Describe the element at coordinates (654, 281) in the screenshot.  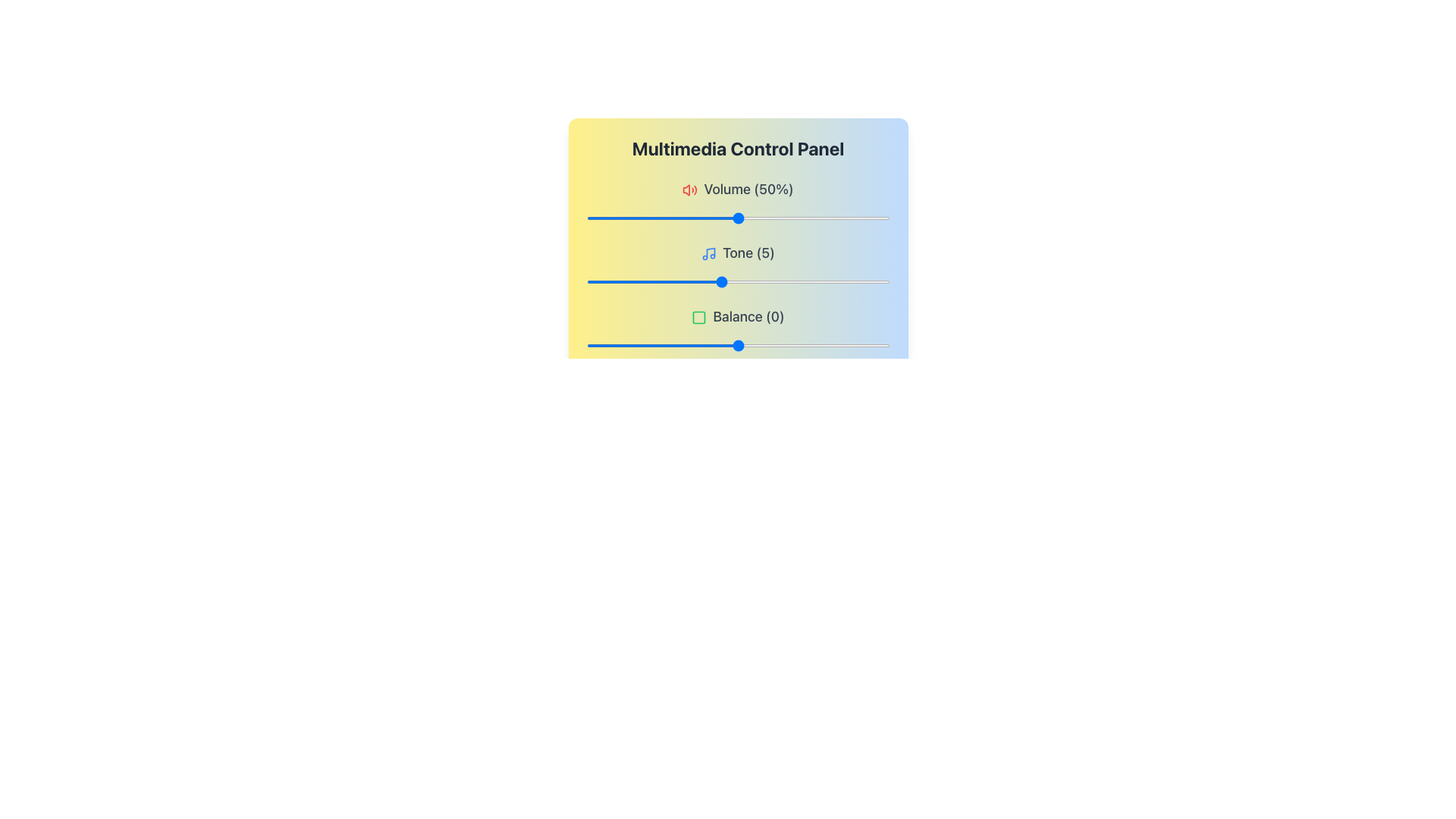
I see `the tone value` at that location.